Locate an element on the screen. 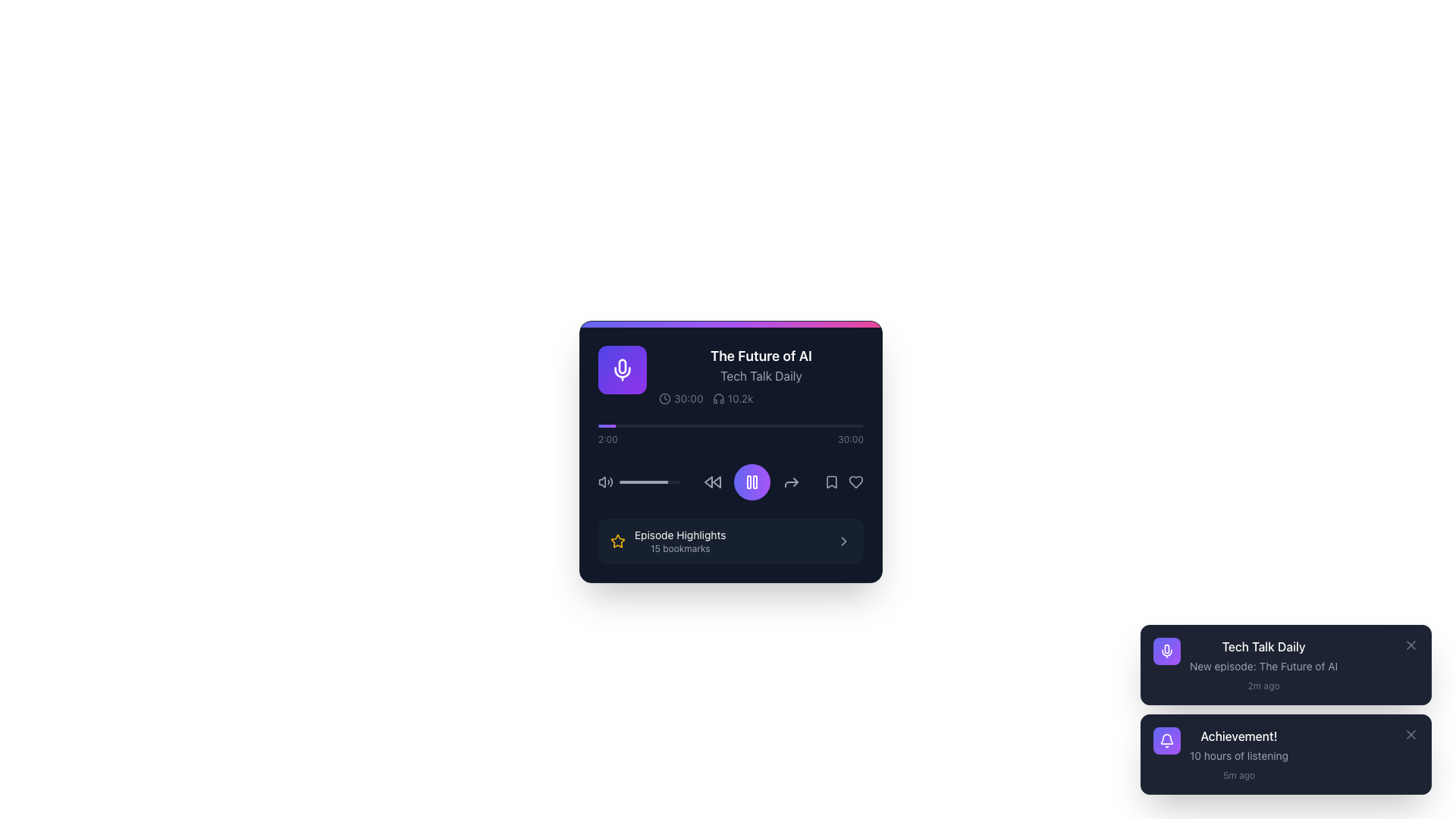  the notification card displaying the new podcast episode titled 'New episode: The Future of AI' from 'Tech Talk Daily', which is positioned at the upper part of the notification list is located at coordinates (1303, 664).